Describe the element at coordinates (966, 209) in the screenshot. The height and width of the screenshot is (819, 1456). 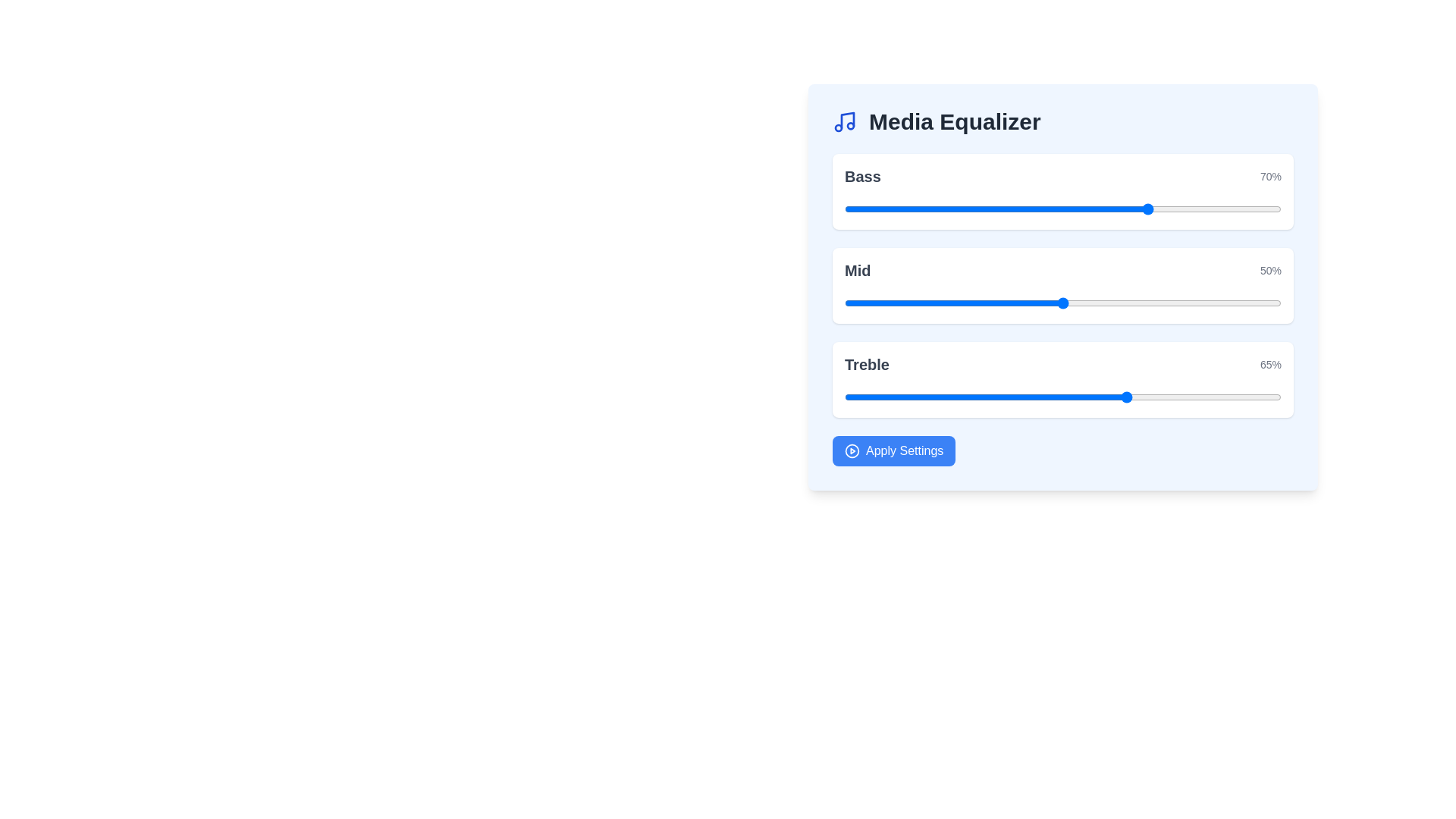
I see `the bass level` at that location.